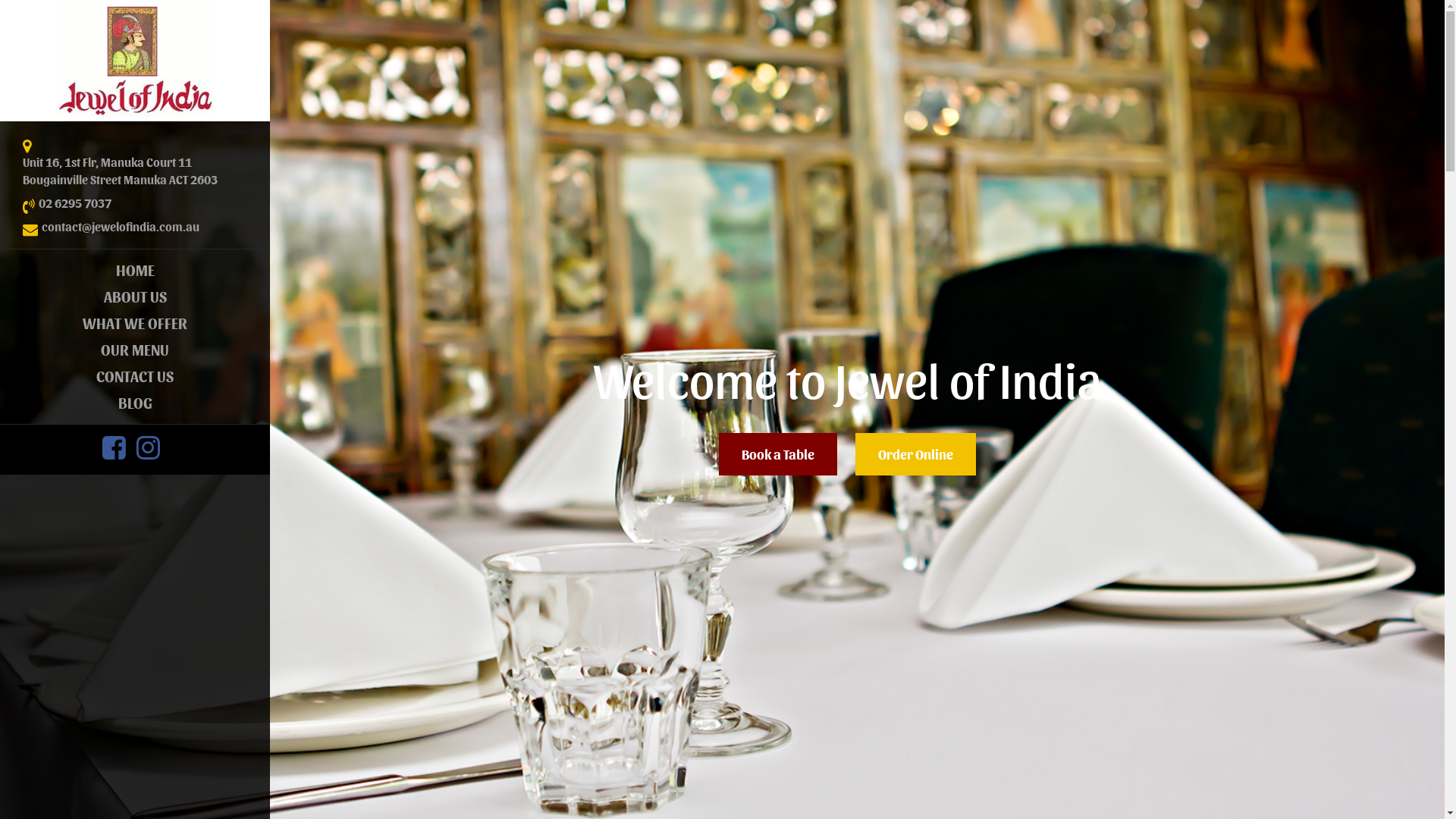 This screenshot has width=1456, height=819. Describe the element at coordinates (74, 202) in the screenshot. I see `'02 6295 7037'` at that location.